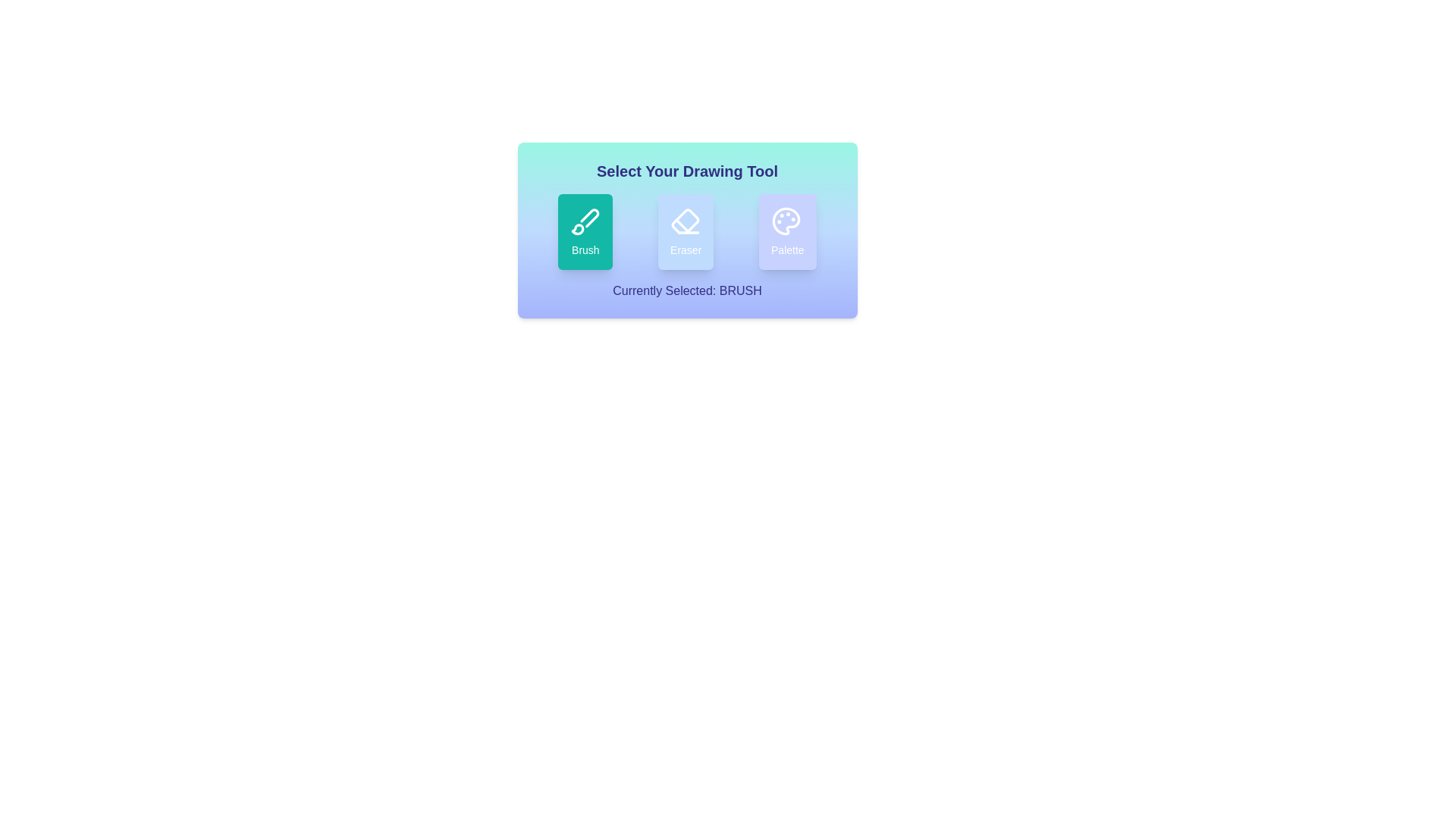  Describe the element at coordinates (585, 231) in the screenshot. I see `the Brush button to select the desired drawing tool` at that location.